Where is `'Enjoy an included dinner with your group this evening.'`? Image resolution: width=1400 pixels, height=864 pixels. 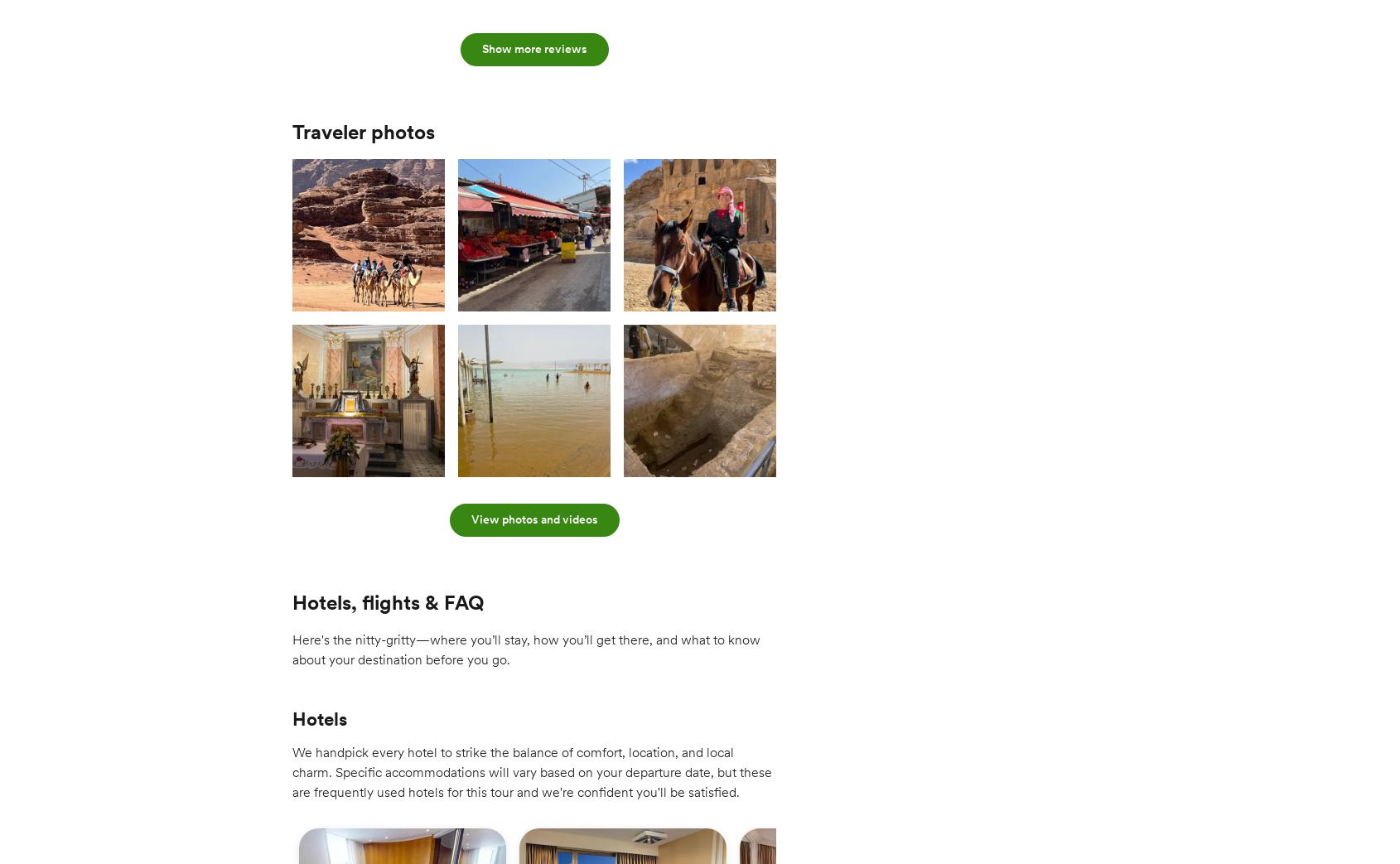
'Enjoy an included dinner with your group this evening.' is located at coordinates (292, 275).